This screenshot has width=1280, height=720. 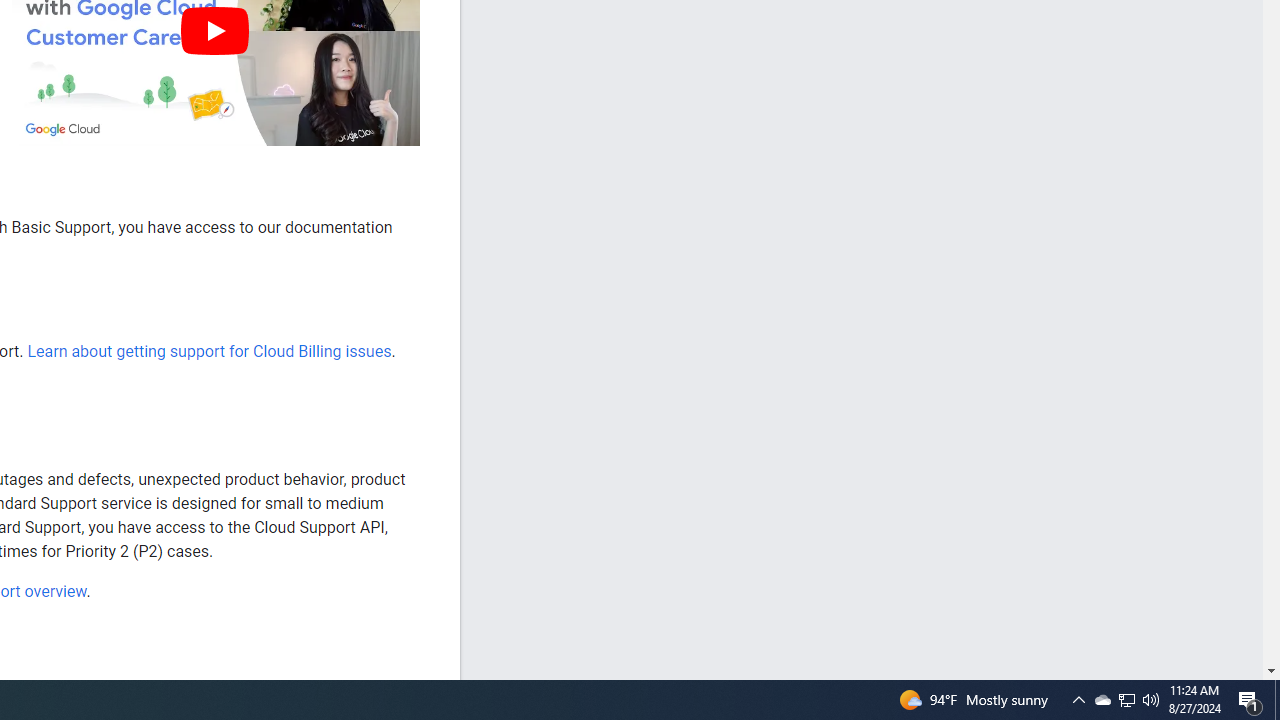 What do you see at coordinates (215, 30) in the screenshot?
I see `'Play'` at bounding box center [215, 30].